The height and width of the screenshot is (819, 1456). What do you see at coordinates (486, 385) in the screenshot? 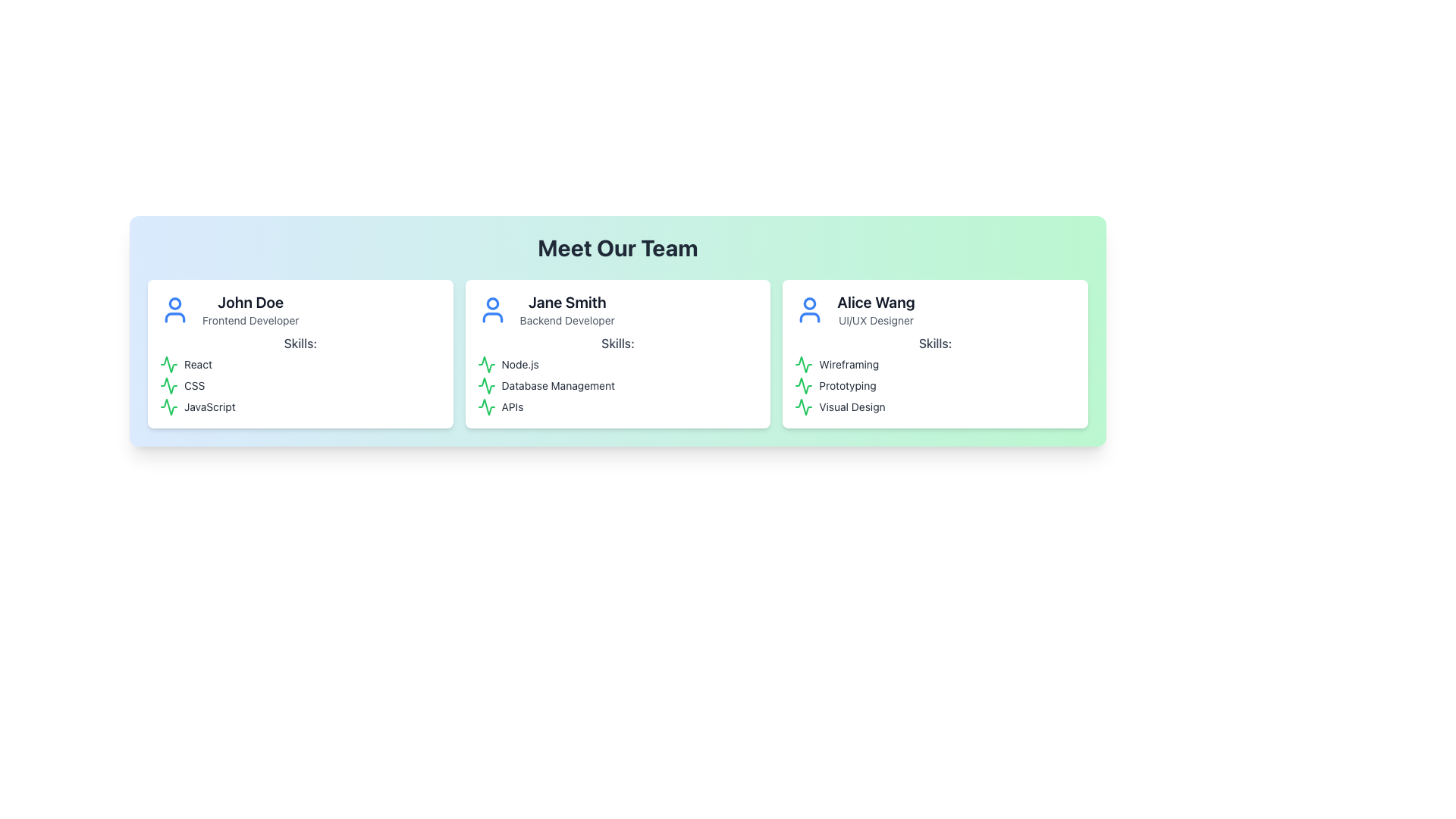
I see `the icon representing the skill category for 'Database Management' located in the second card under the title 'Meet Our Team' in the 'Skills' section` at bounding box center [486, 385].